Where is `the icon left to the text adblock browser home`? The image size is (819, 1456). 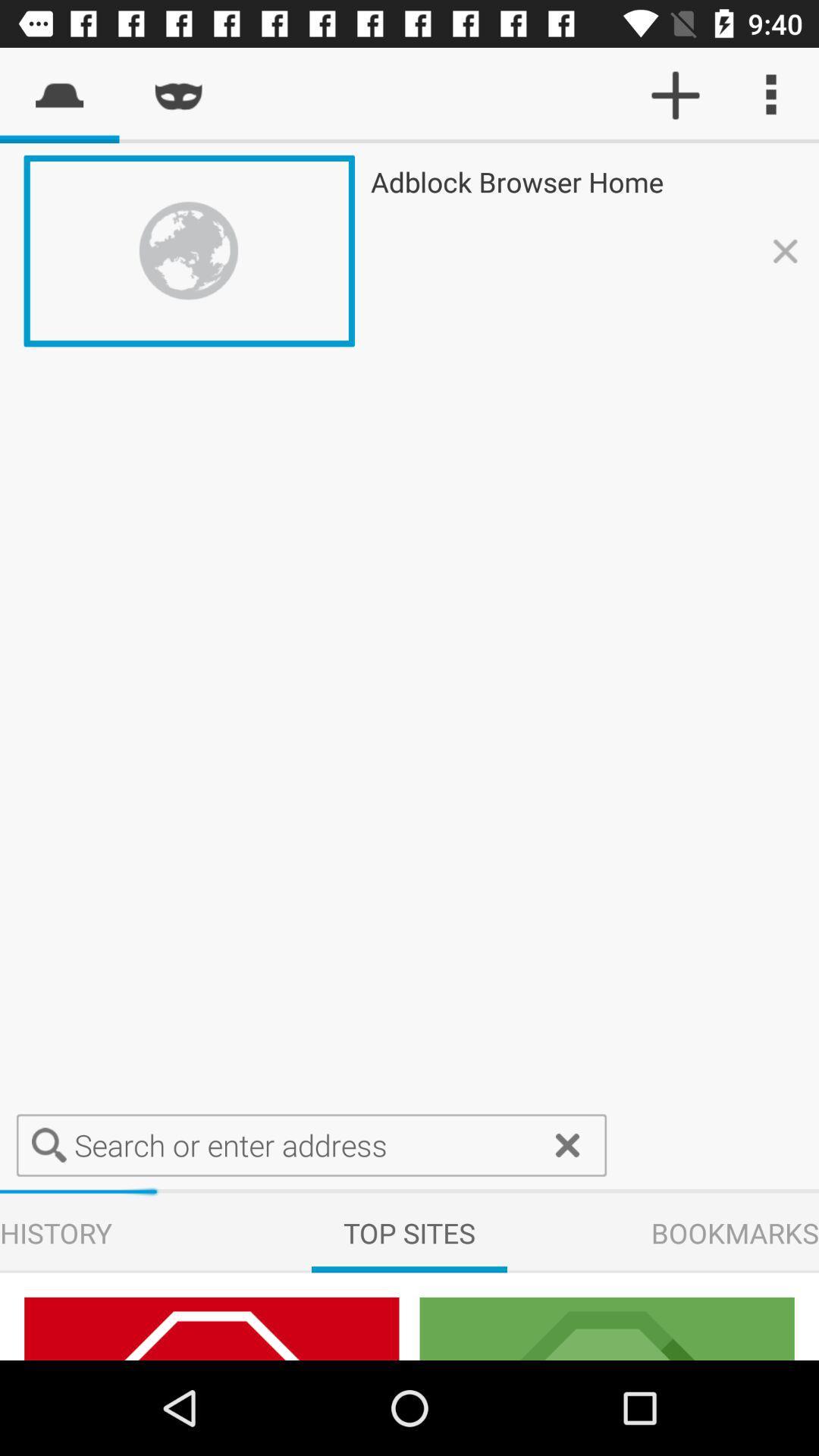 the icon left to the text adblock browser home is located at coordinates (607, 1328).